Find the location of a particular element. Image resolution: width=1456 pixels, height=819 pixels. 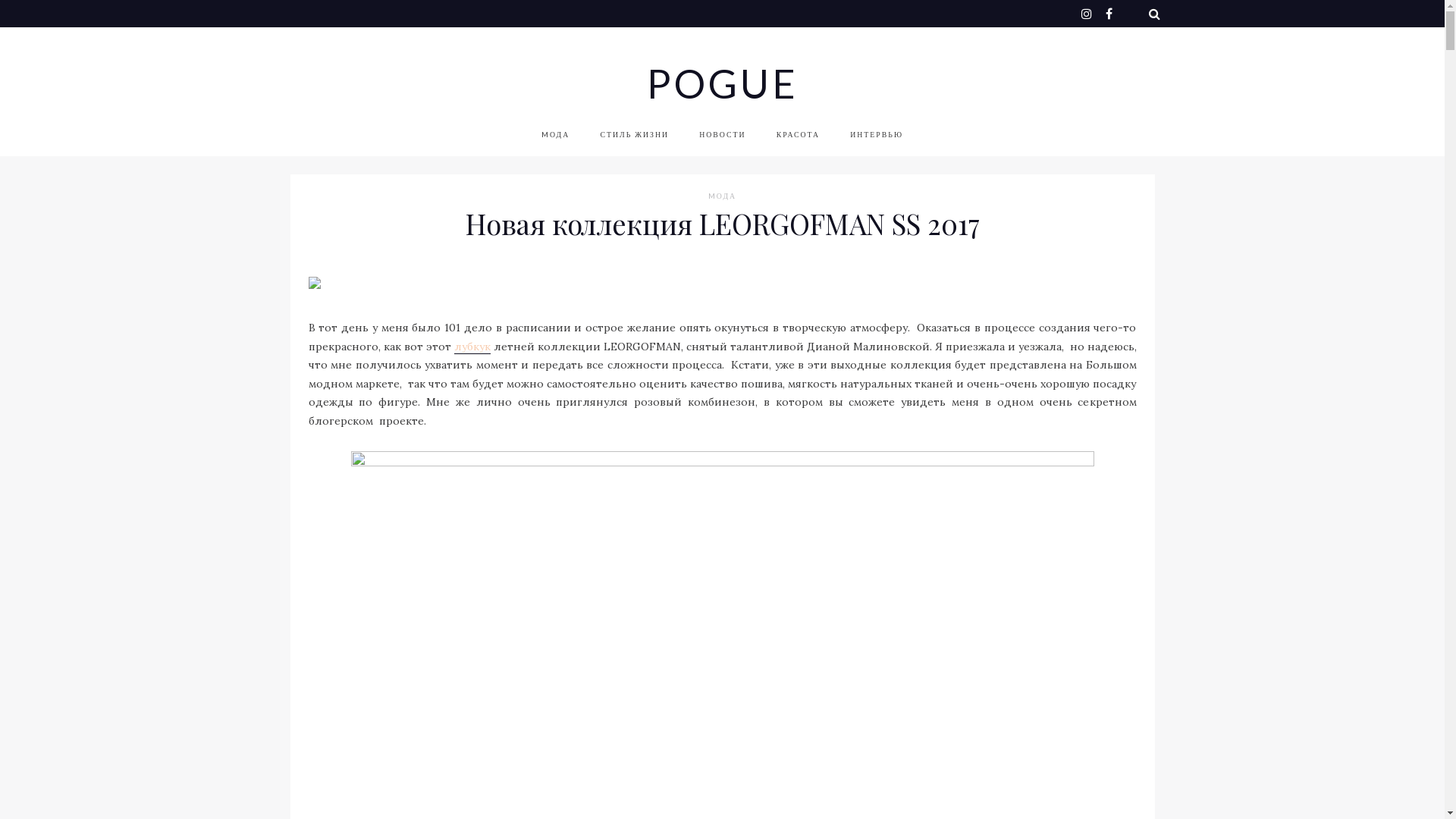

'POGUE' is located at coordinates (720, 83).